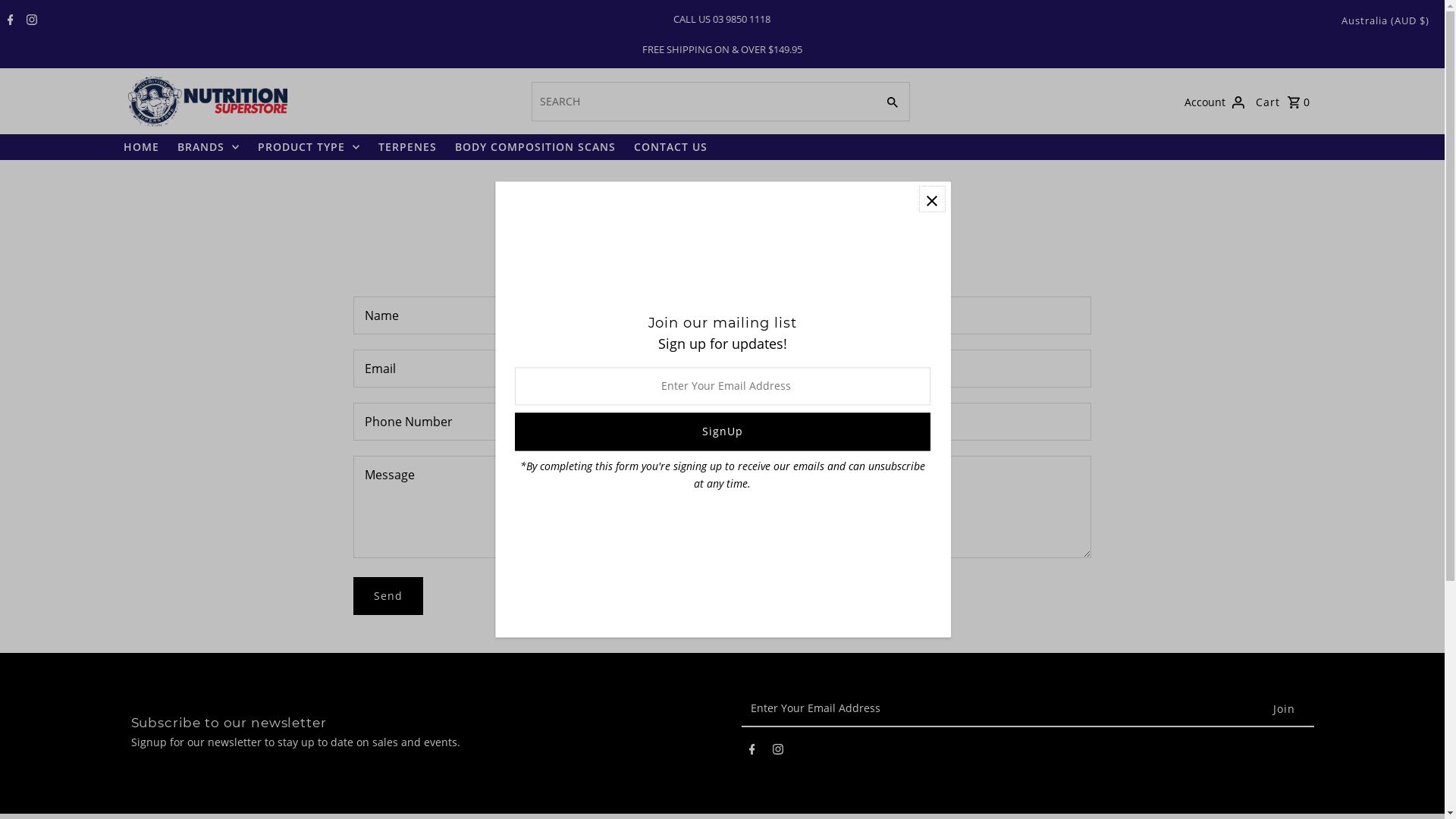  What do you see at coordinates (535, 146) in the screenshot?
I see `'BODY COMPOSITION SCANS'` at bounding box center [535, 146].